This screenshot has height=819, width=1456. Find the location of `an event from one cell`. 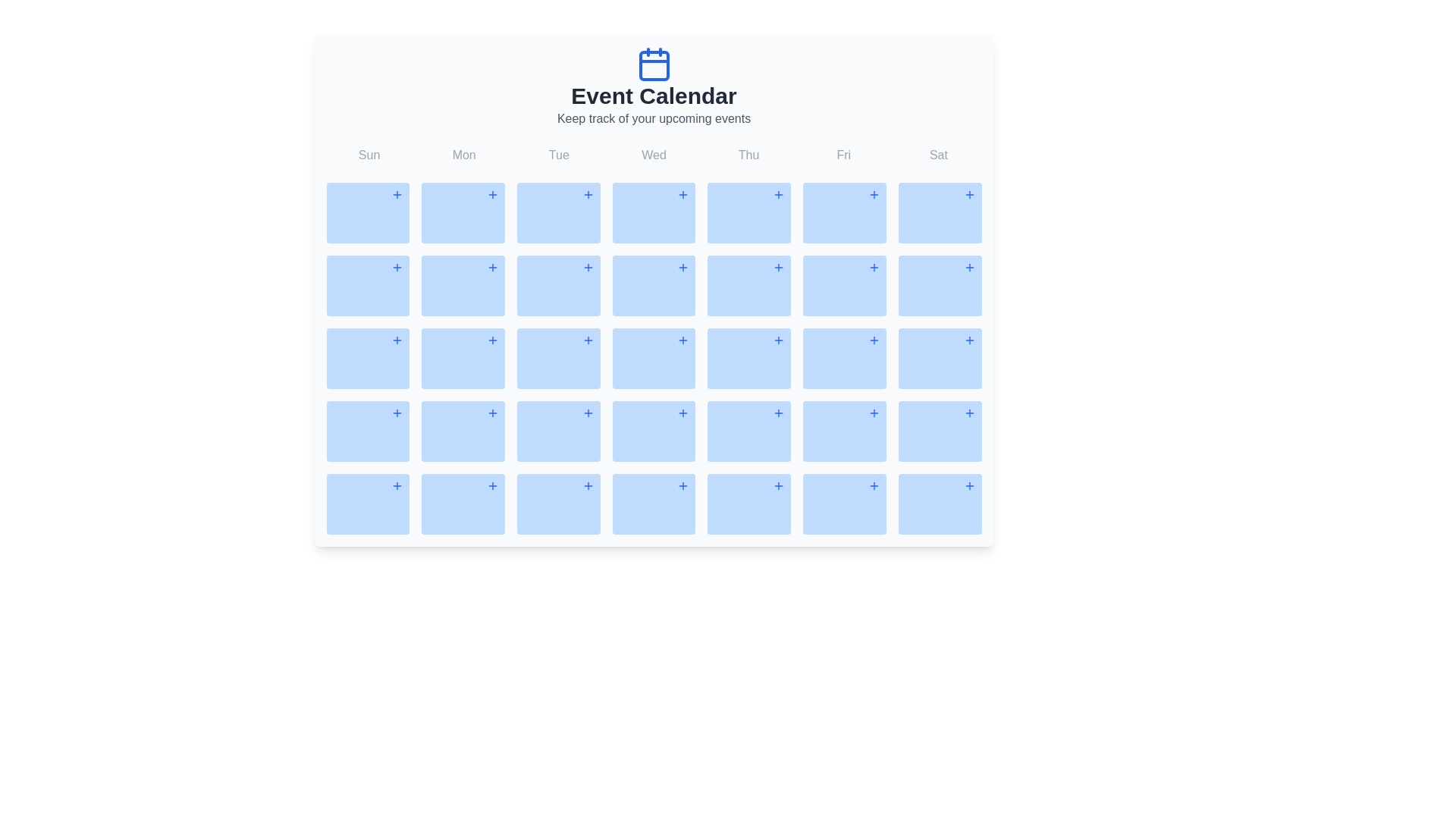

an event from one cell is located at coordinates (654, 339).